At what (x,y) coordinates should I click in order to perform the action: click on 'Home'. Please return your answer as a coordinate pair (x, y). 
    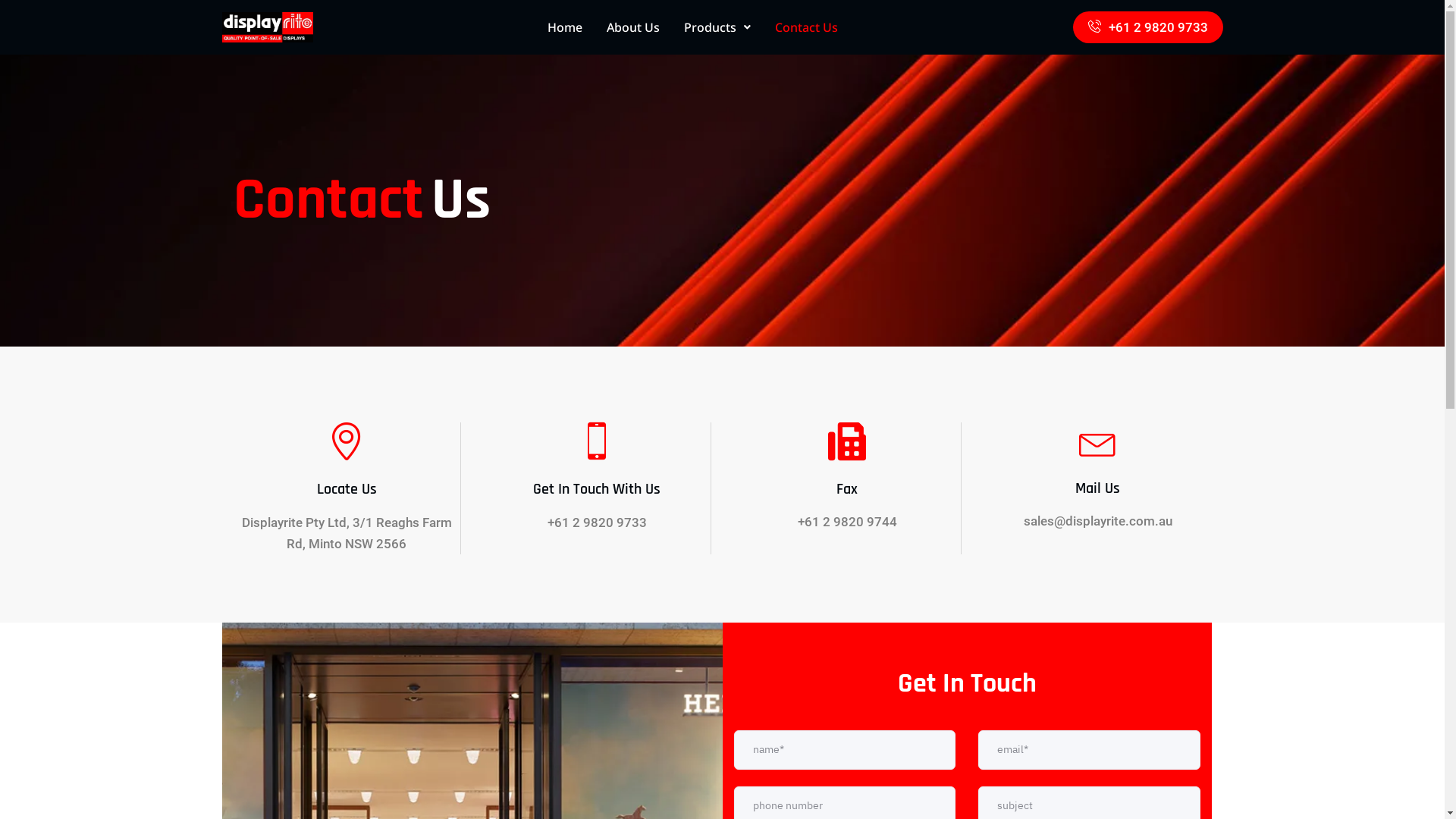
    Looking at the image, I should click on (563, 27).